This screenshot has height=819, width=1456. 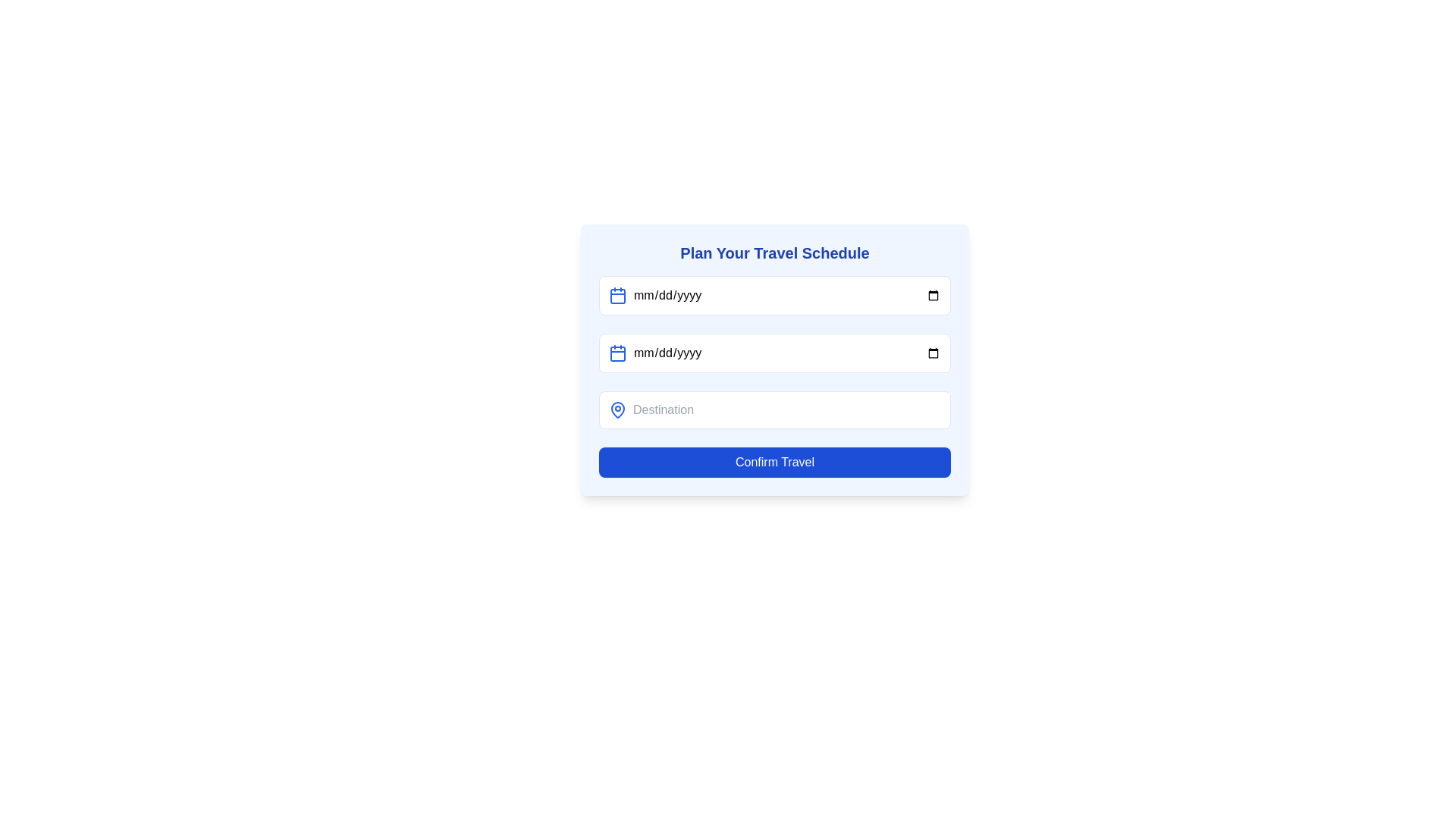 I want to click on the calendar icon with a blue outline, positioned to the far left next to the 'Start Date' text input field, so click(x=618, y=295).